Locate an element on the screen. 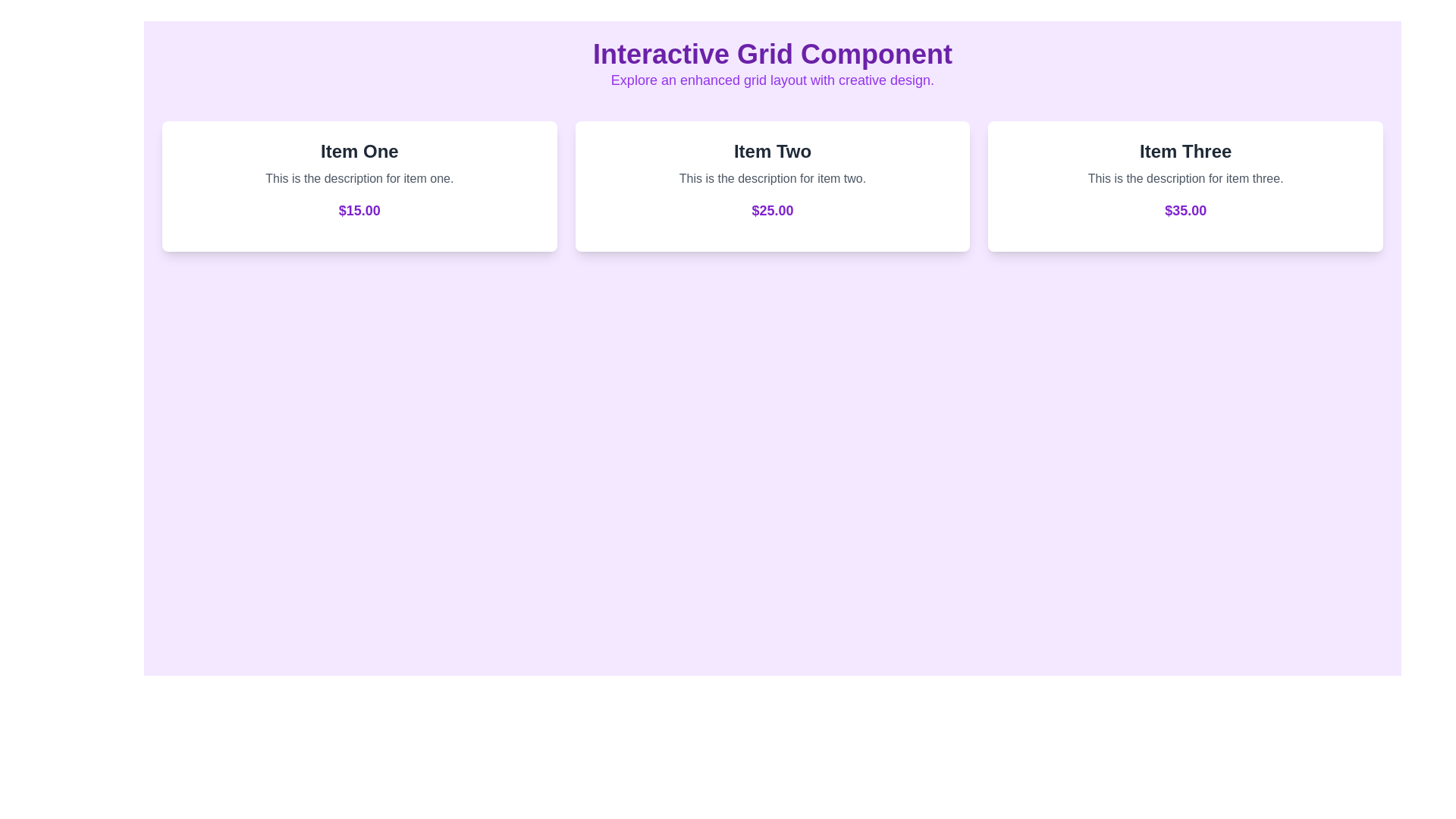 This screenshot has width=1456, height=819. price displayed in the text label located at the bottom section of the third card labeled 'Item Three', which is directly beneath the item description text is located at coordinates (1185, 210).